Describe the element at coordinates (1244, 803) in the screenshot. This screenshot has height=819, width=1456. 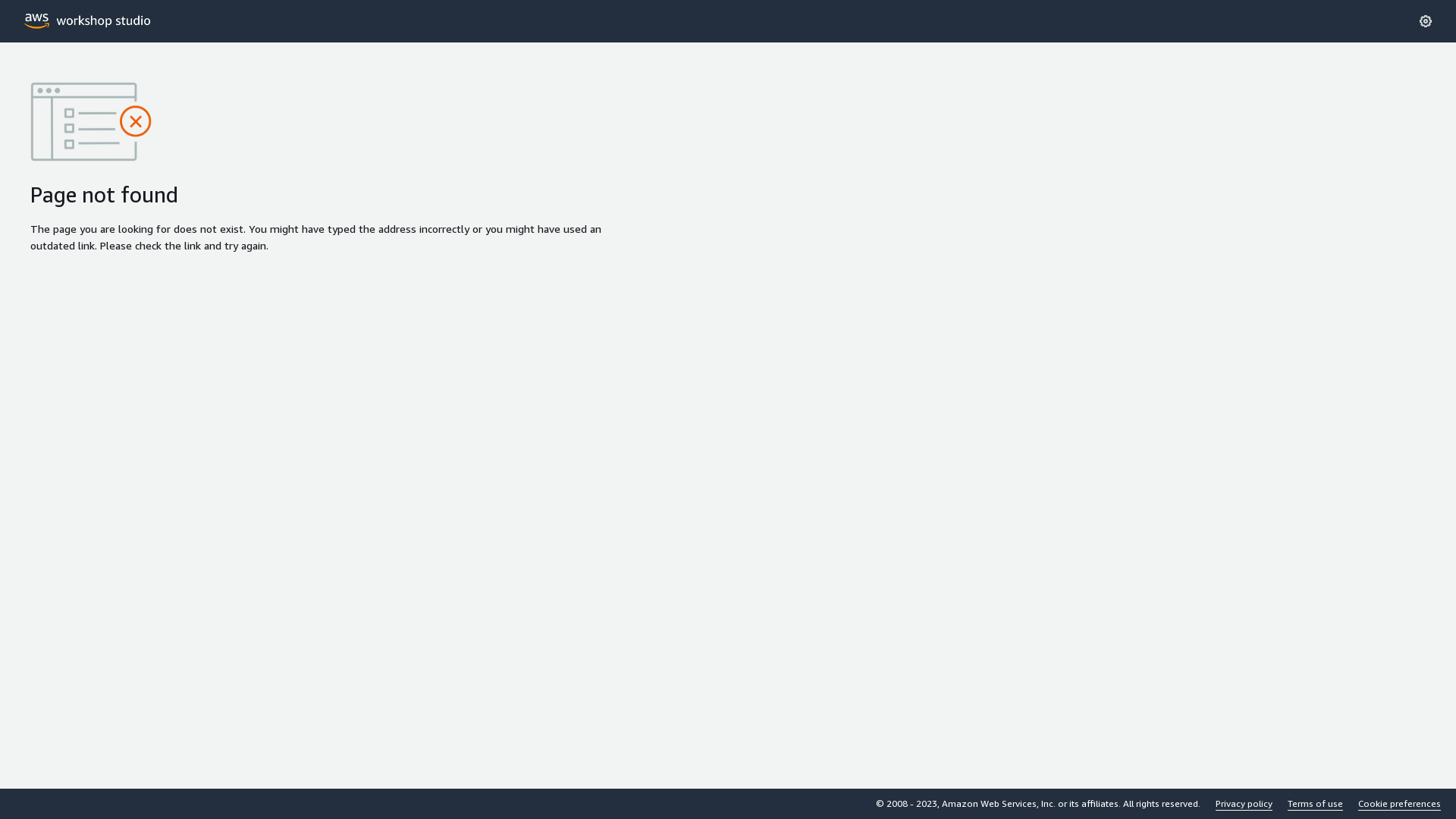
I see `'Privacy policy'` at that location.